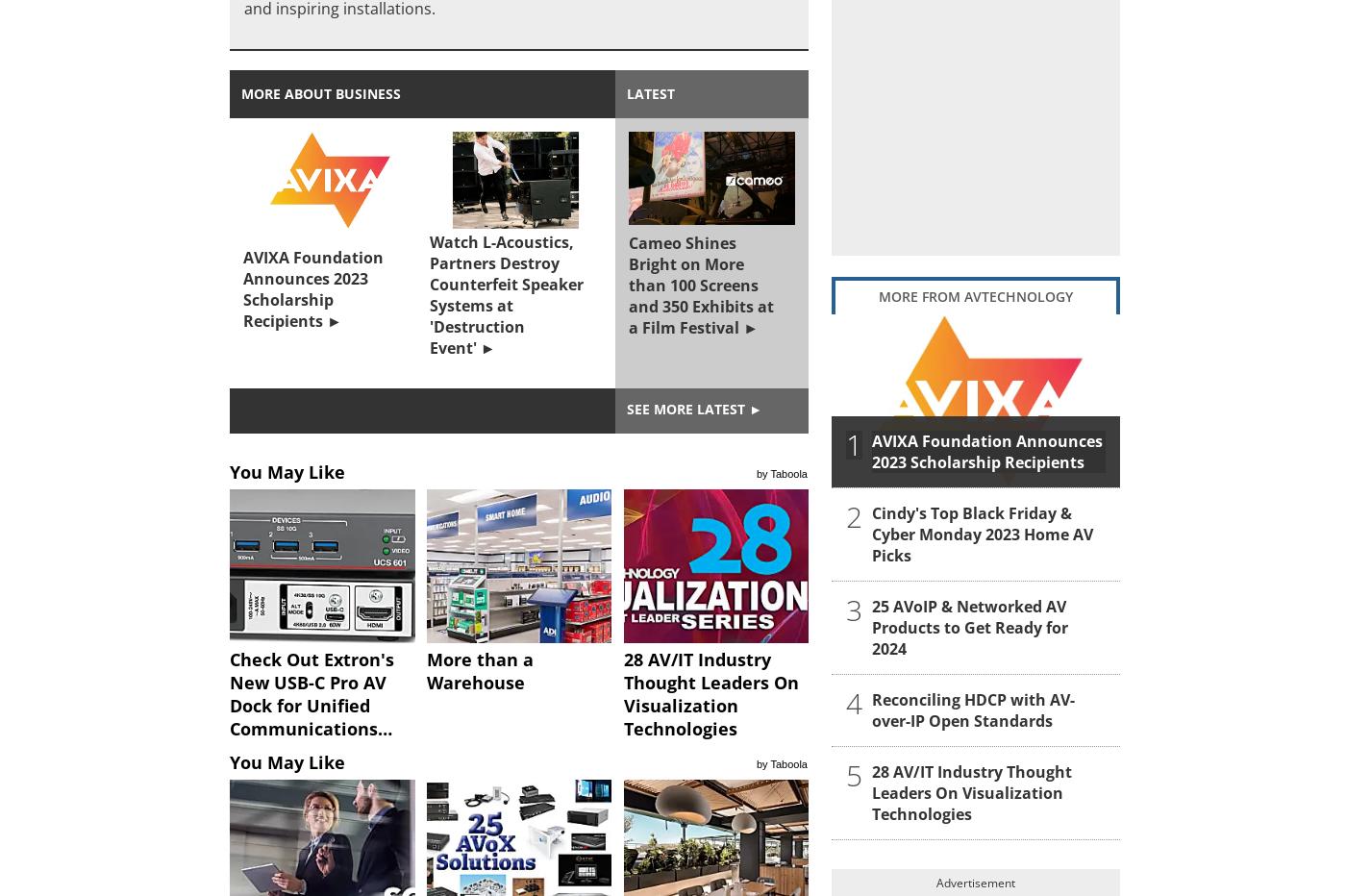 The image size is (1346, 896). What do you see at coordinates (853, 608) in the screenshot?
I see `'3'` at bounding box center [853, 608].